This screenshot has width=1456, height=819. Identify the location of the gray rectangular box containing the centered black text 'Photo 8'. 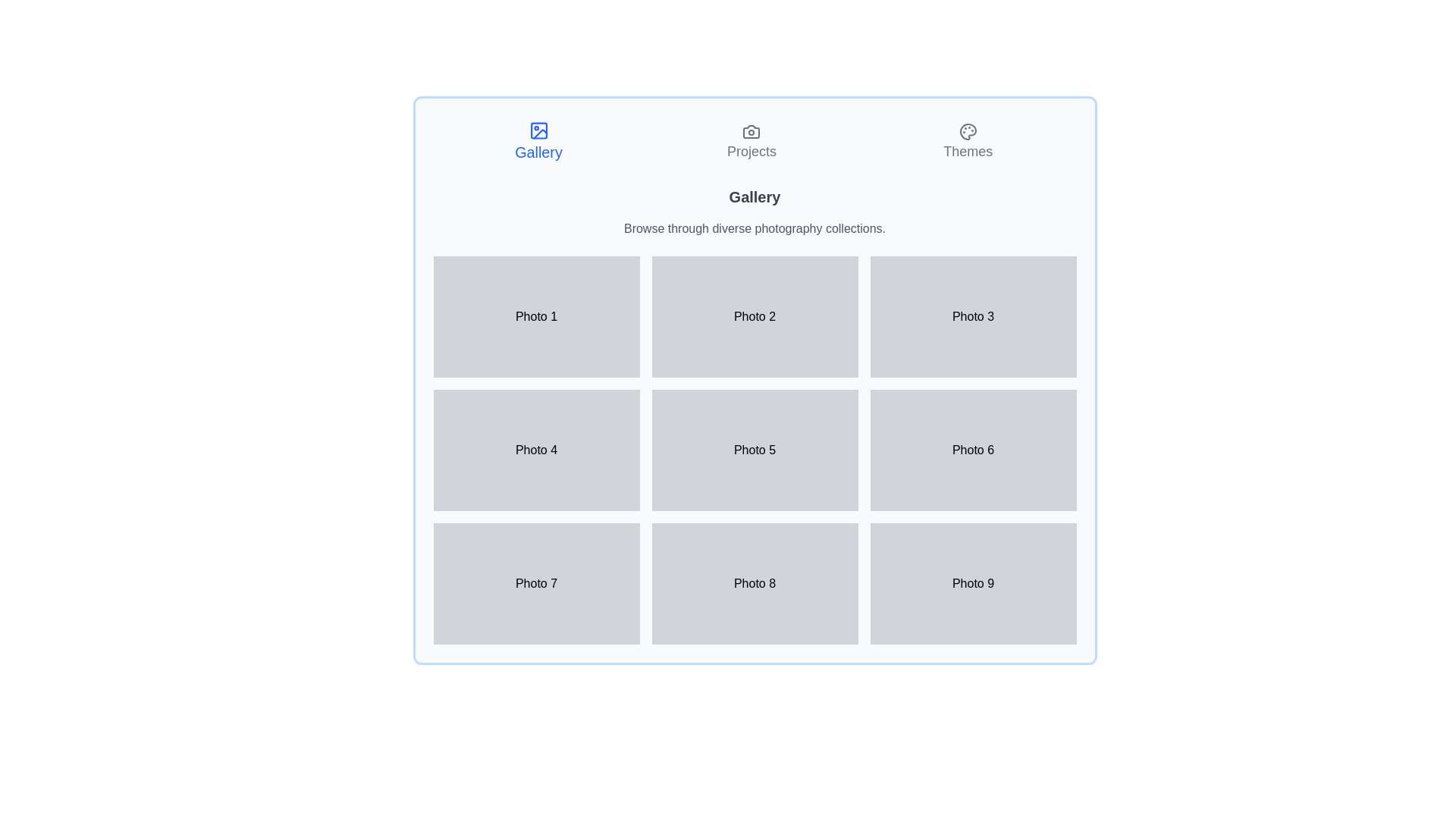
(755, 583).